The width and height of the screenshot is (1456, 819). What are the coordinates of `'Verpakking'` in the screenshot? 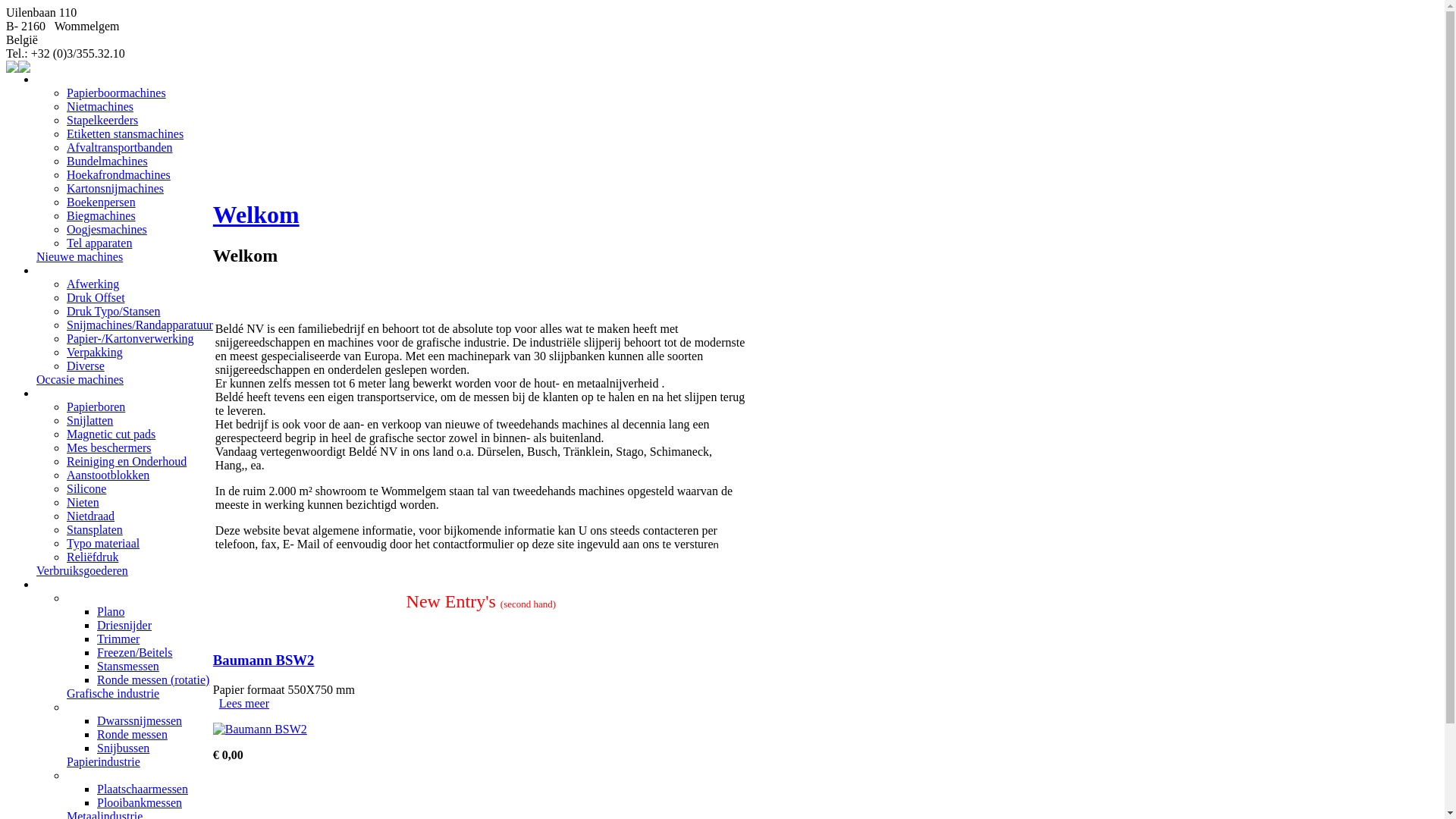 It's located at (93, 352).